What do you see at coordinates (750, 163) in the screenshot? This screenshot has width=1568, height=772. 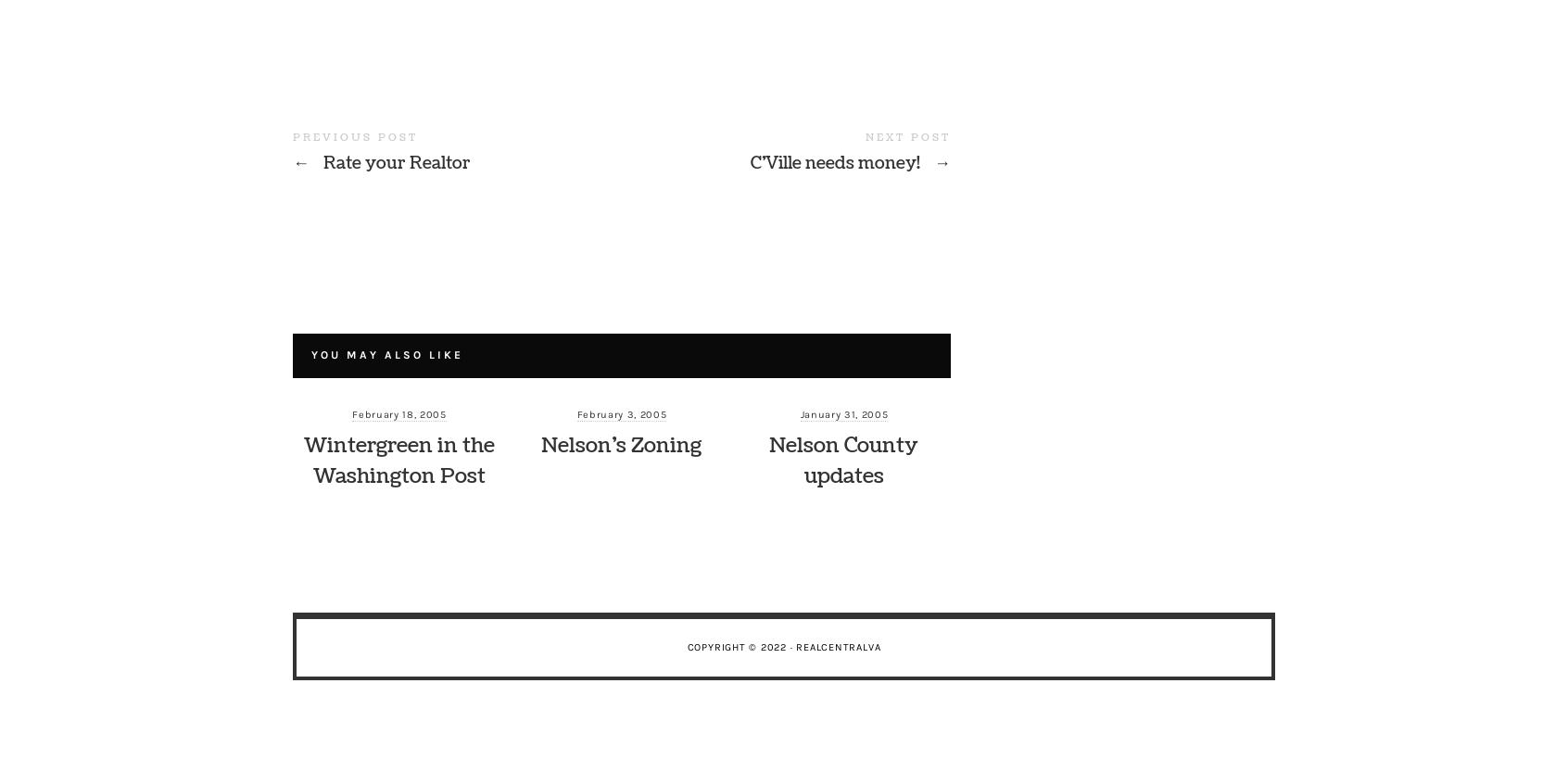 I see `'C’Ville needs money!'` at bounding box center [750, 163].